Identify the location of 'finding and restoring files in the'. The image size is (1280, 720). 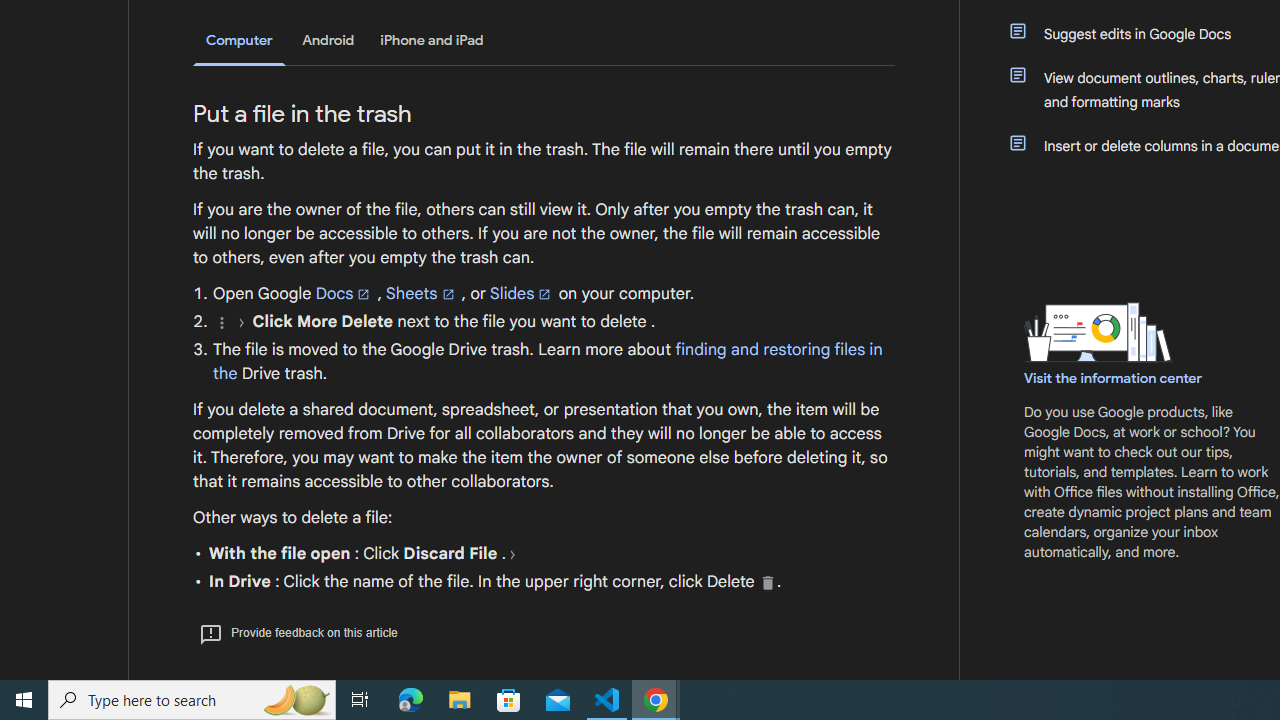
(547, 361).